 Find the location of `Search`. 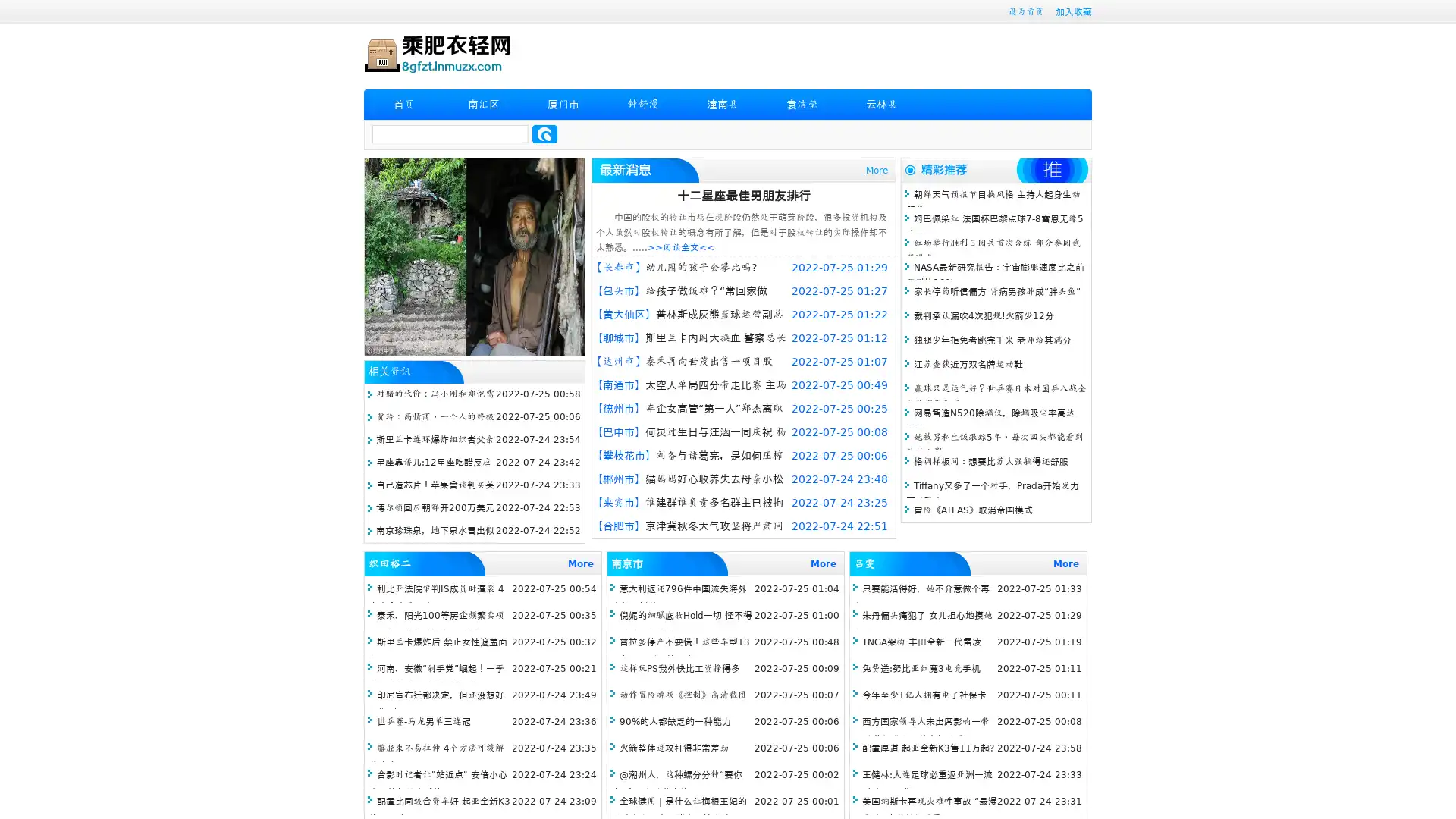

Search is located at coordinates (544, 133).